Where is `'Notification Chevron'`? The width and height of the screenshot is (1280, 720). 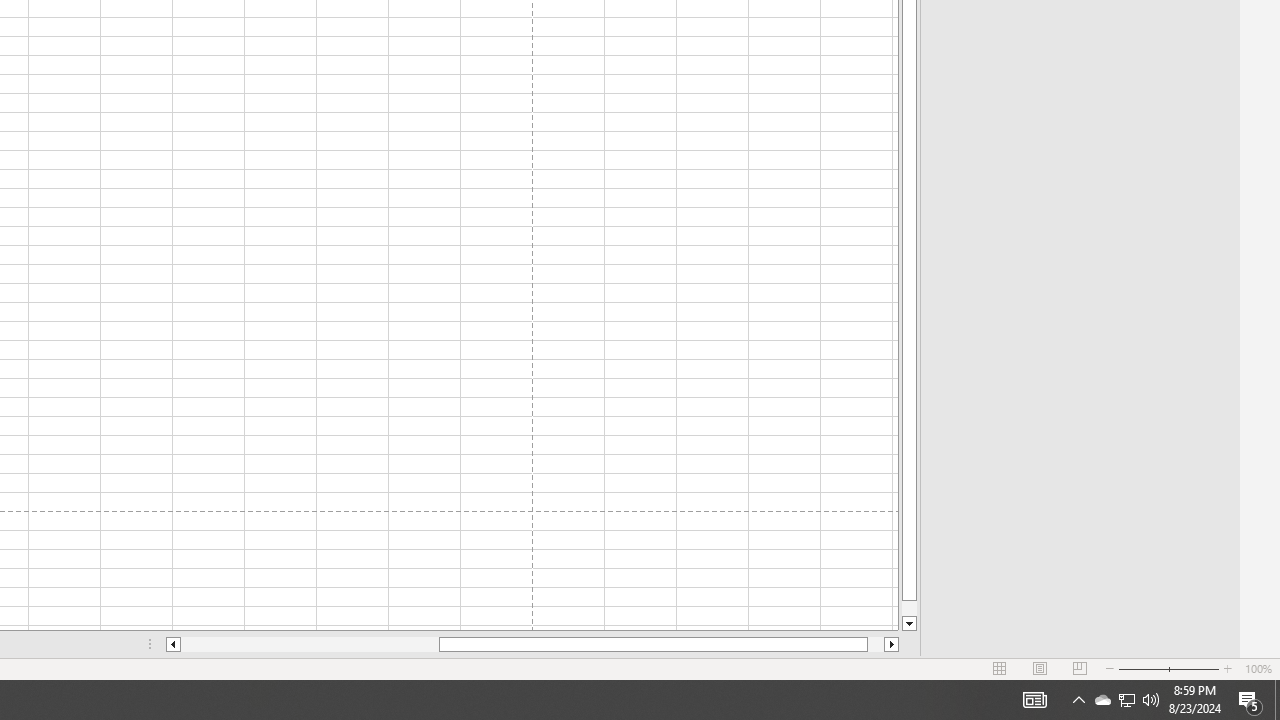
'Notification Chevron' is located at coordinates (1101, 698).